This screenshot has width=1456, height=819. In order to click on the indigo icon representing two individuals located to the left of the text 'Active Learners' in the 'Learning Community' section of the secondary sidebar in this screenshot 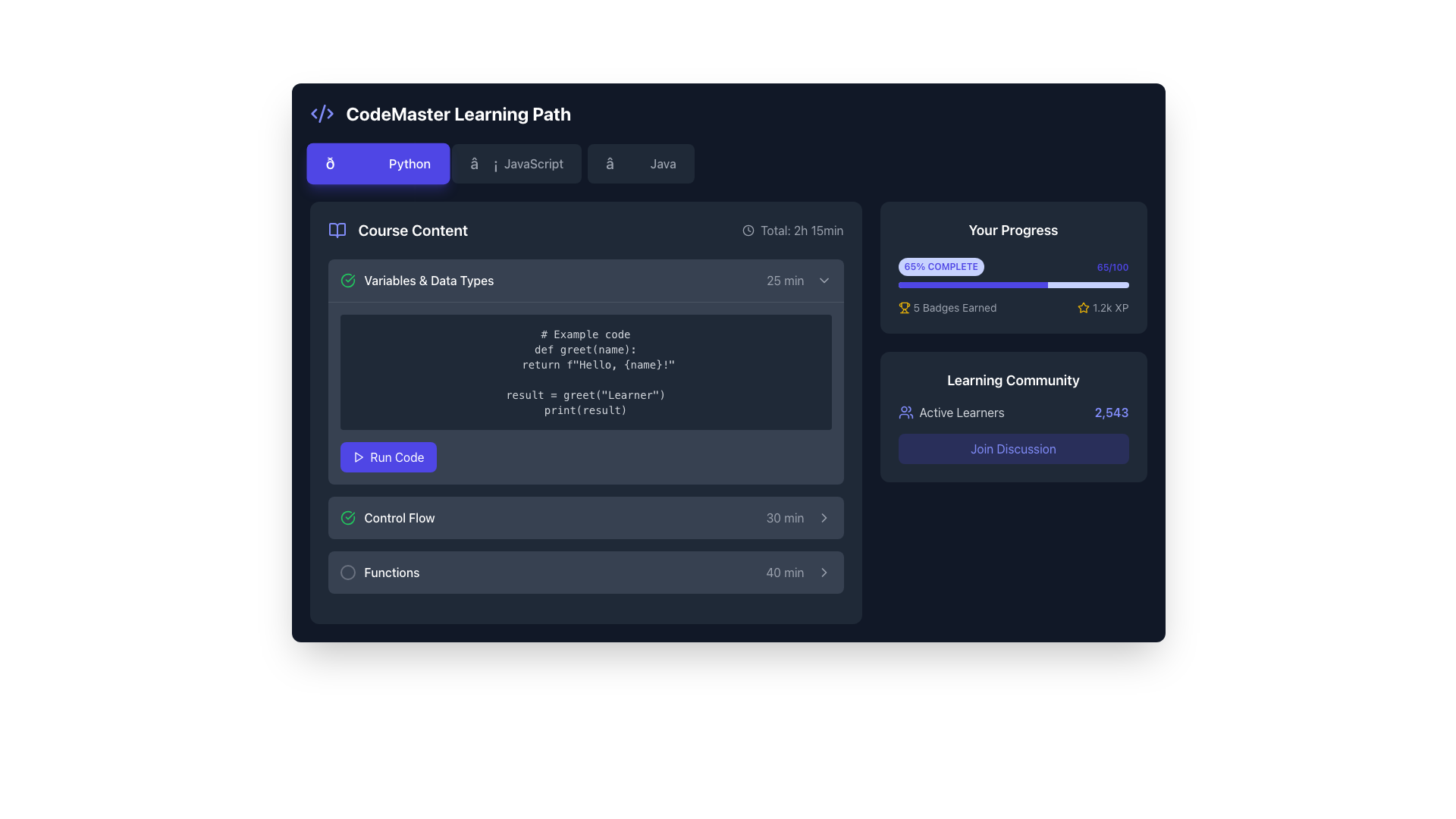, I will do `click(905, 412)`.